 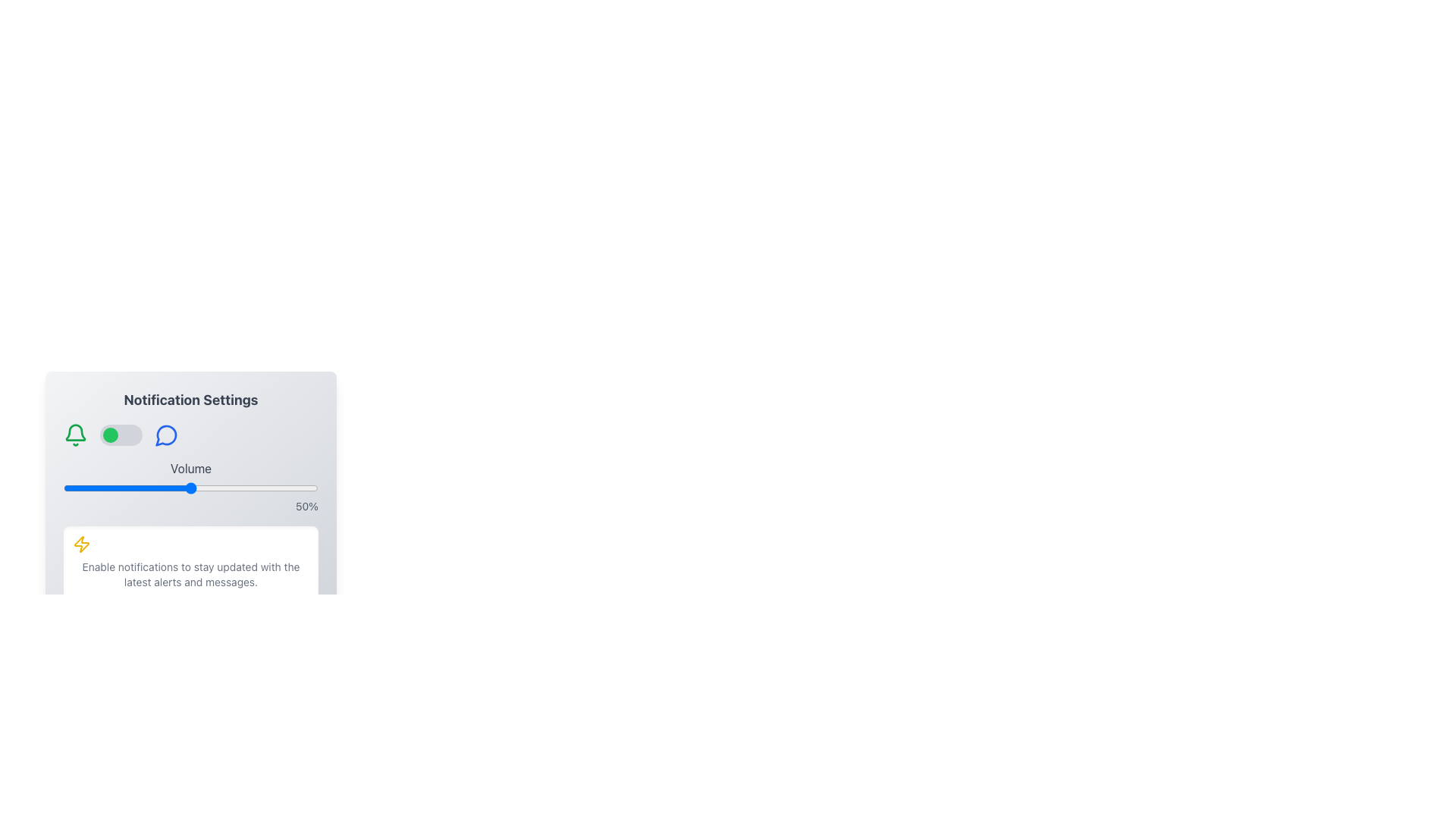 What do you see at coordinates (135, 488) in the screenshot?
I see `the volume` at bounding box center [135, 488].